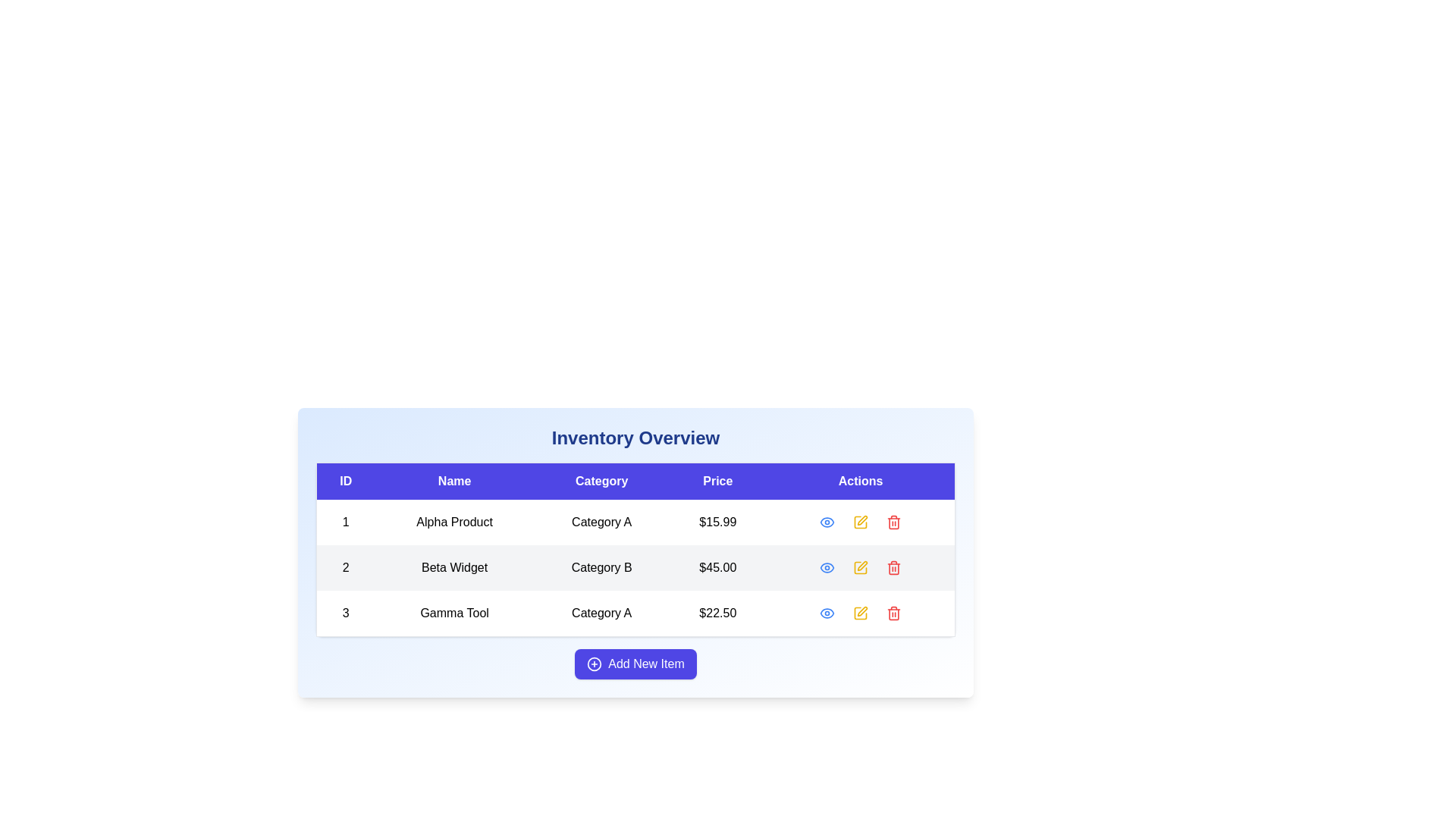 This screenshot has width=1456, height=819. What do you see at coordinates (861, 567) in the screenshot?
I see `the edit button located in the middle row of the inventory table in the 'Actions' column` at bounding box center [861, 567].